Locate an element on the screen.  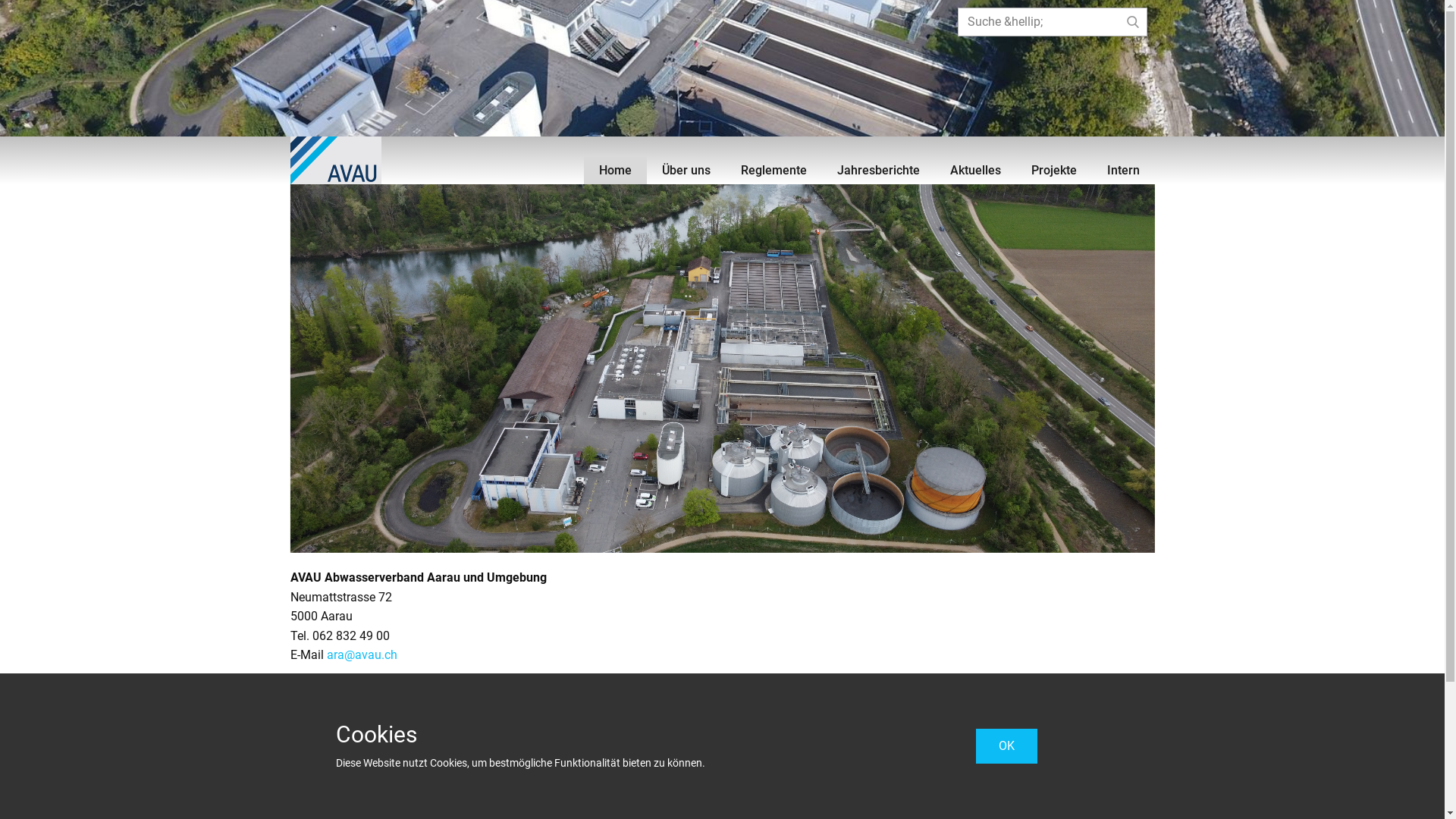
'Projekte' is located at coordinates (1015, 170).